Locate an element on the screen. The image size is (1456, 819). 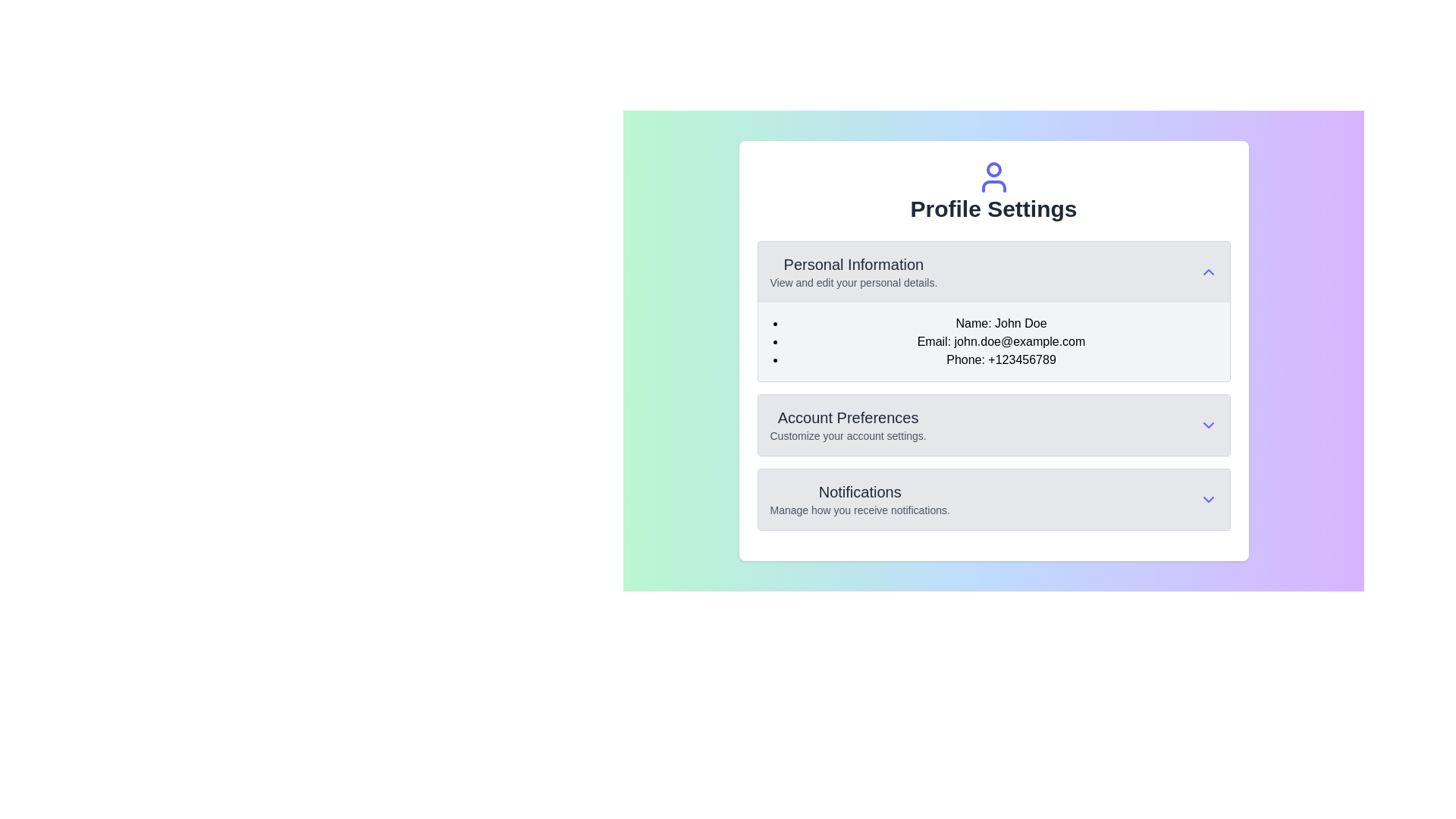
the formatted list containing contact information in the 'Personal Information' section of the 'Profile Settings' page is located at coordinates (993, 342).